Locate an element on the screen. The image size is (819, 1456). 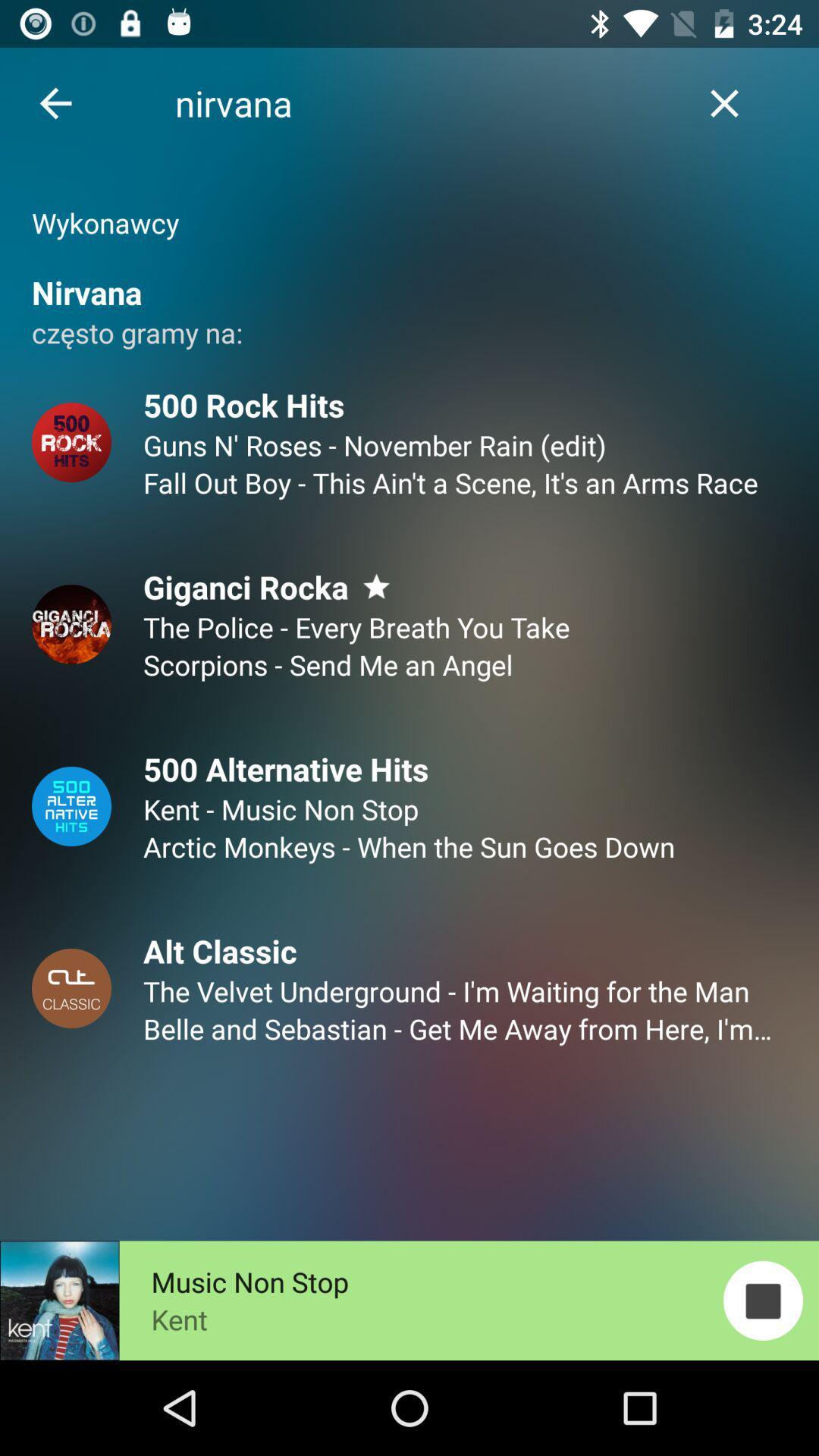
the icon to the right of music non stop icon is located at coordinates (763, 1300).